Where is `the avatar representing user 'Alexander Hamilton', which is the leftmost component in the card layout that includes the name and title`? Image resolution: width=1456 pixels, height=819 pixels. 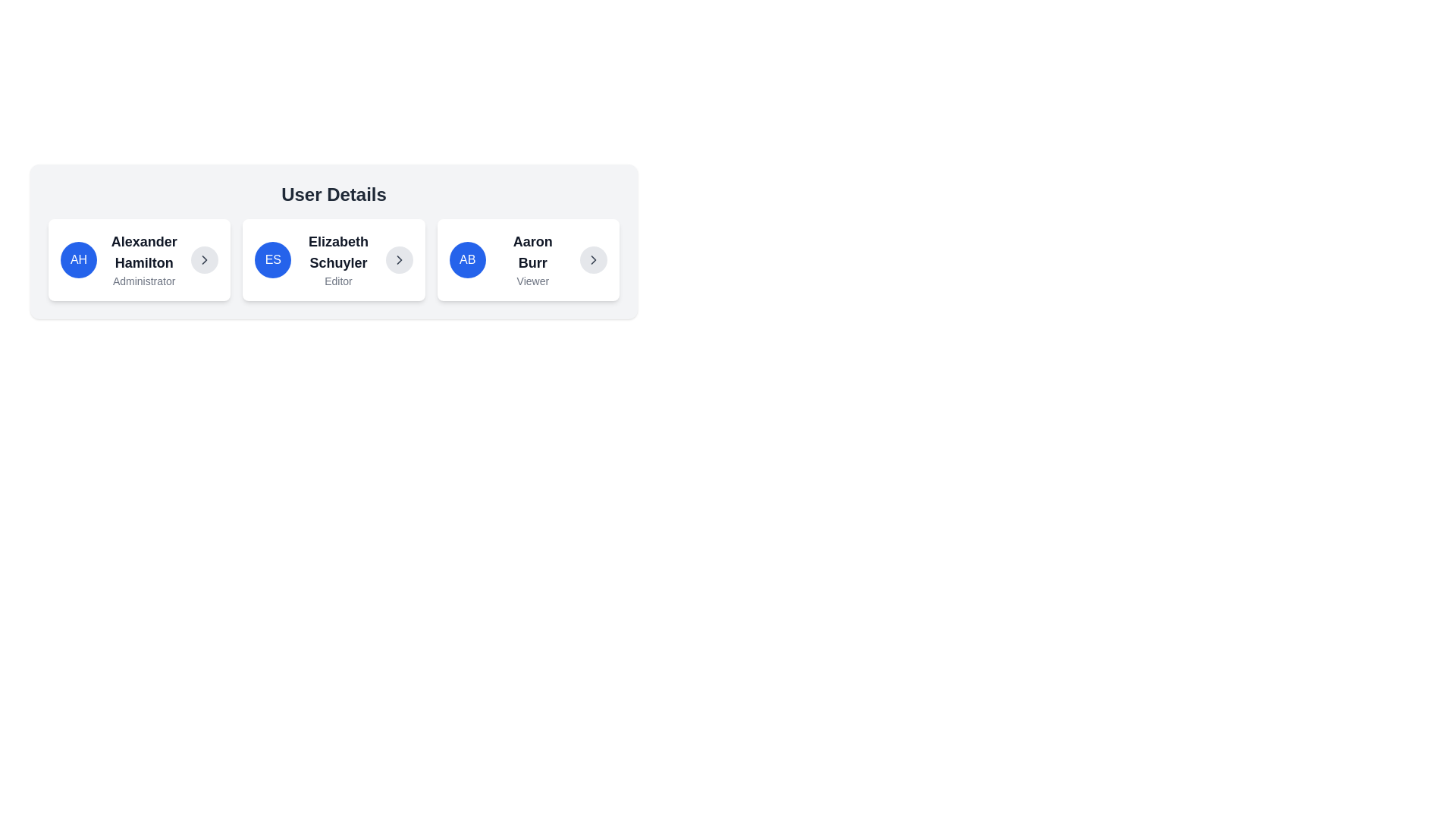
the avatar representing user 'Alexander Hamilton', which is the leftmost component in the card layout that includes the name and title is located at coordinates (78, 259).